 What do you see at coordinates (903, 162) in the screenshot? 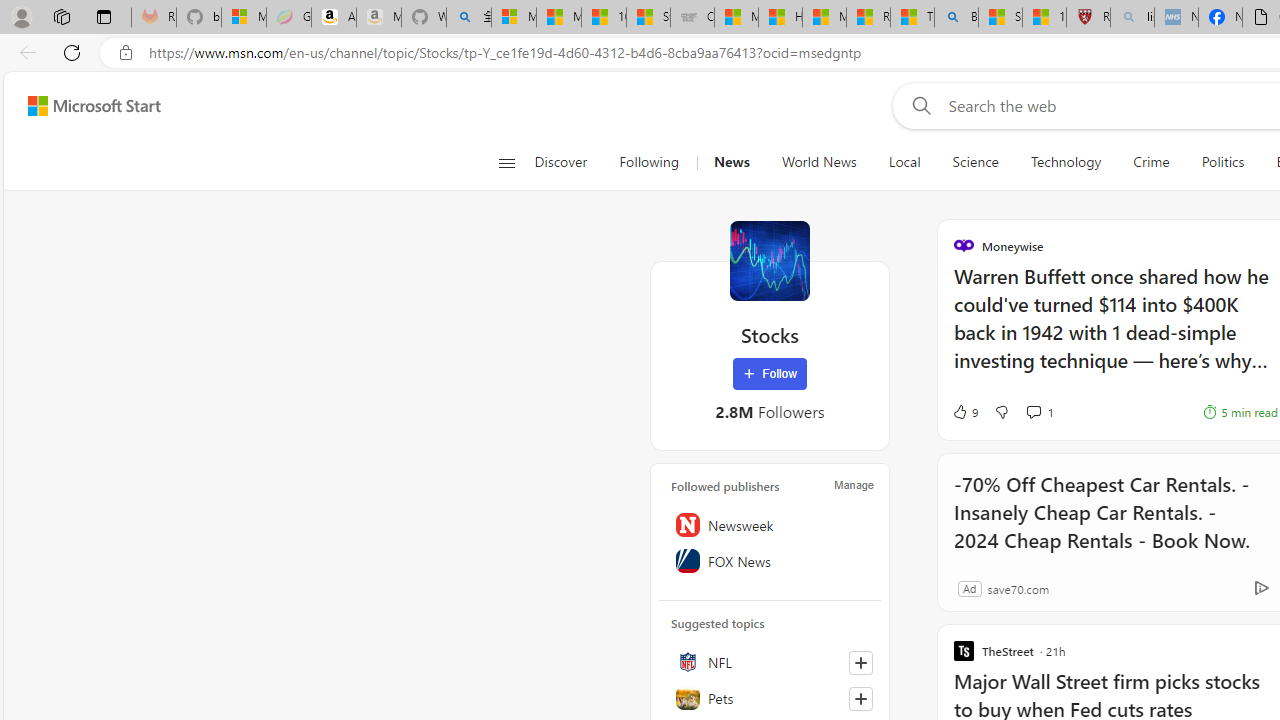
I see `'Local'` at bounding box center [903, 162].